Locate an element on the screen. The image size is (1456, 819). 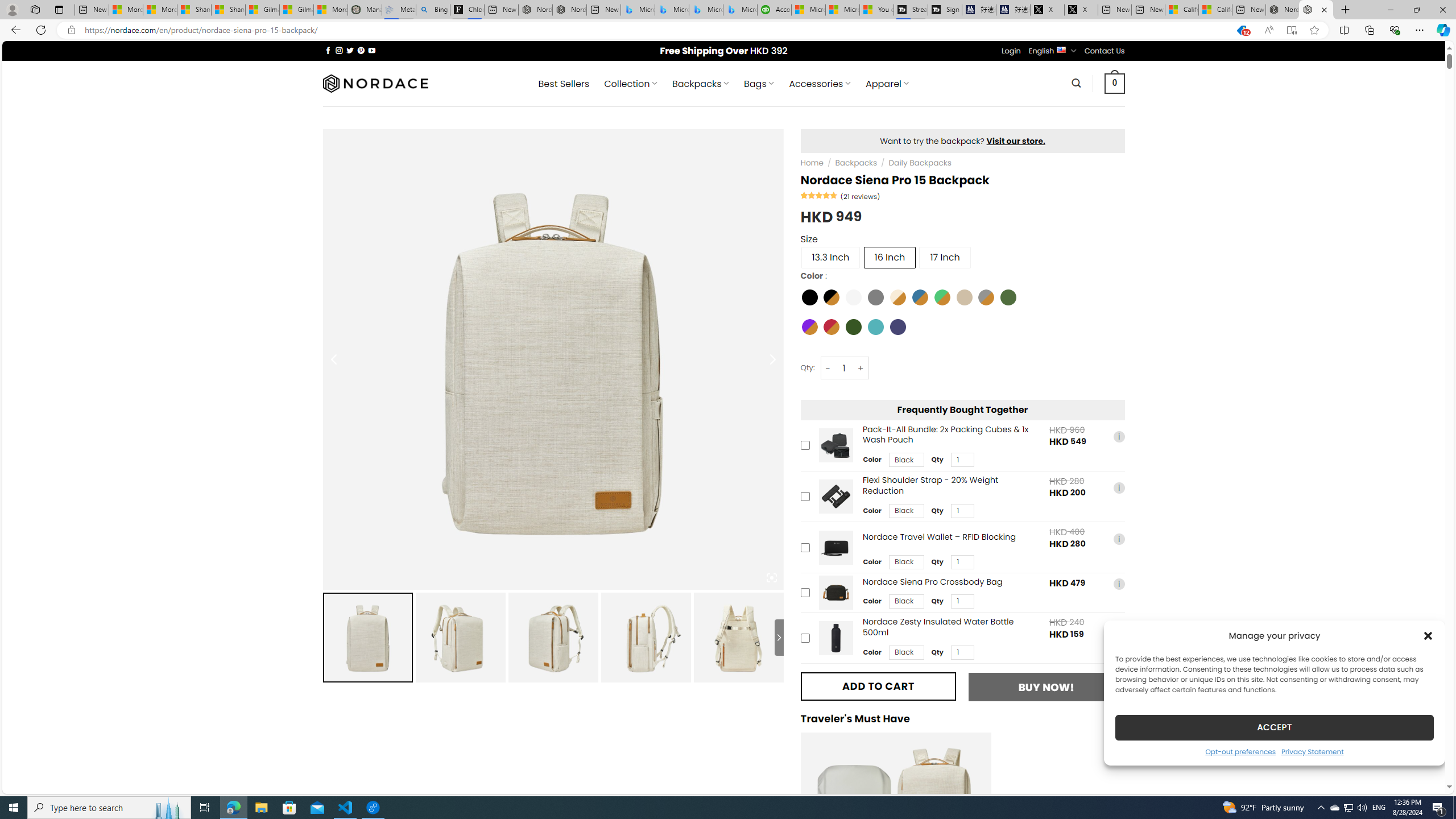
'  0  ' is located at coordinates (1115, 82).